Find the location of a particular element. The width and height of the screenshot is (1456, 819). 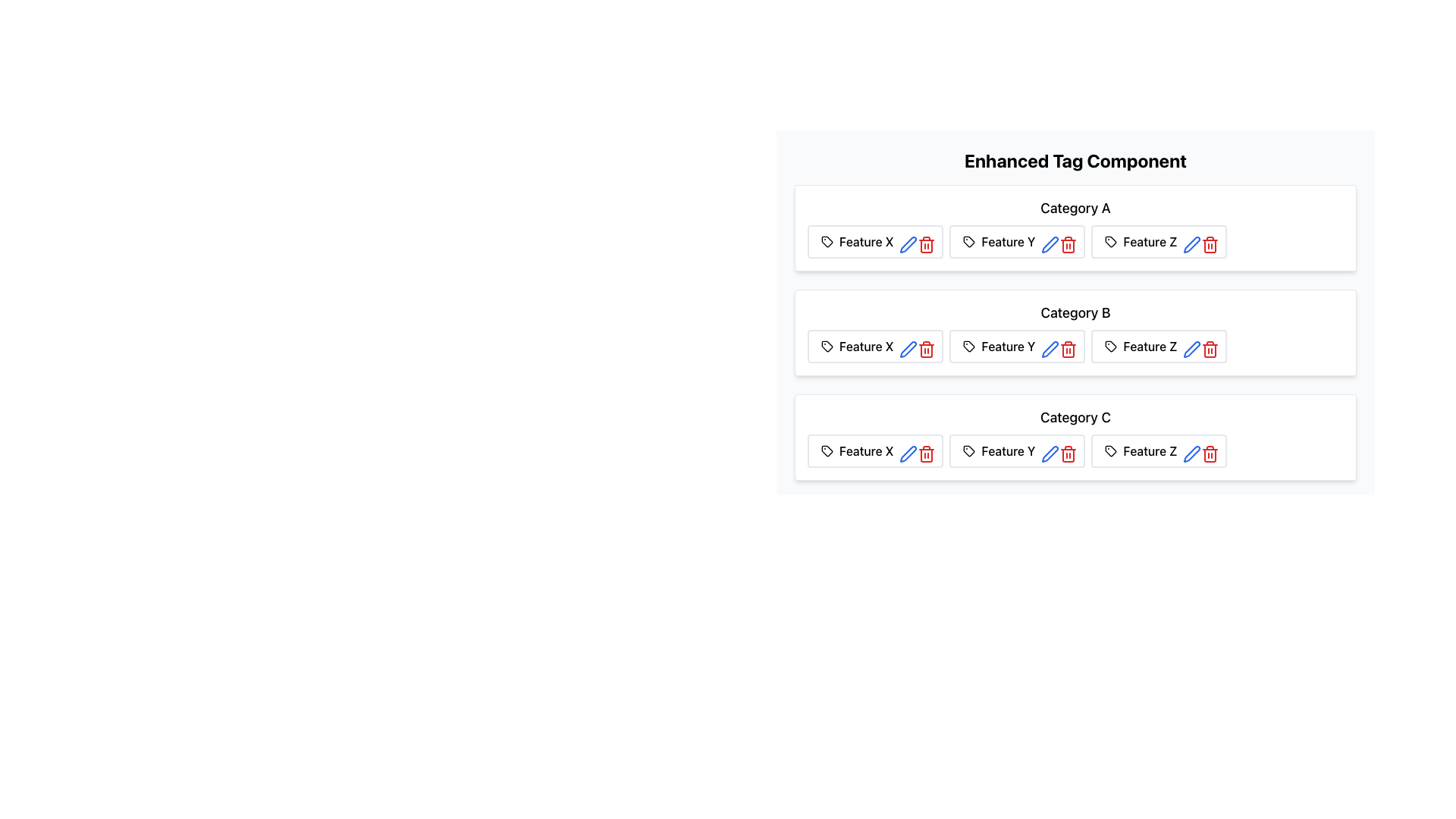

the blue pen icon located within the 'Feature Z' card in the 'Category A' section to initiate an edit action is located at coordinates (1188, 346).